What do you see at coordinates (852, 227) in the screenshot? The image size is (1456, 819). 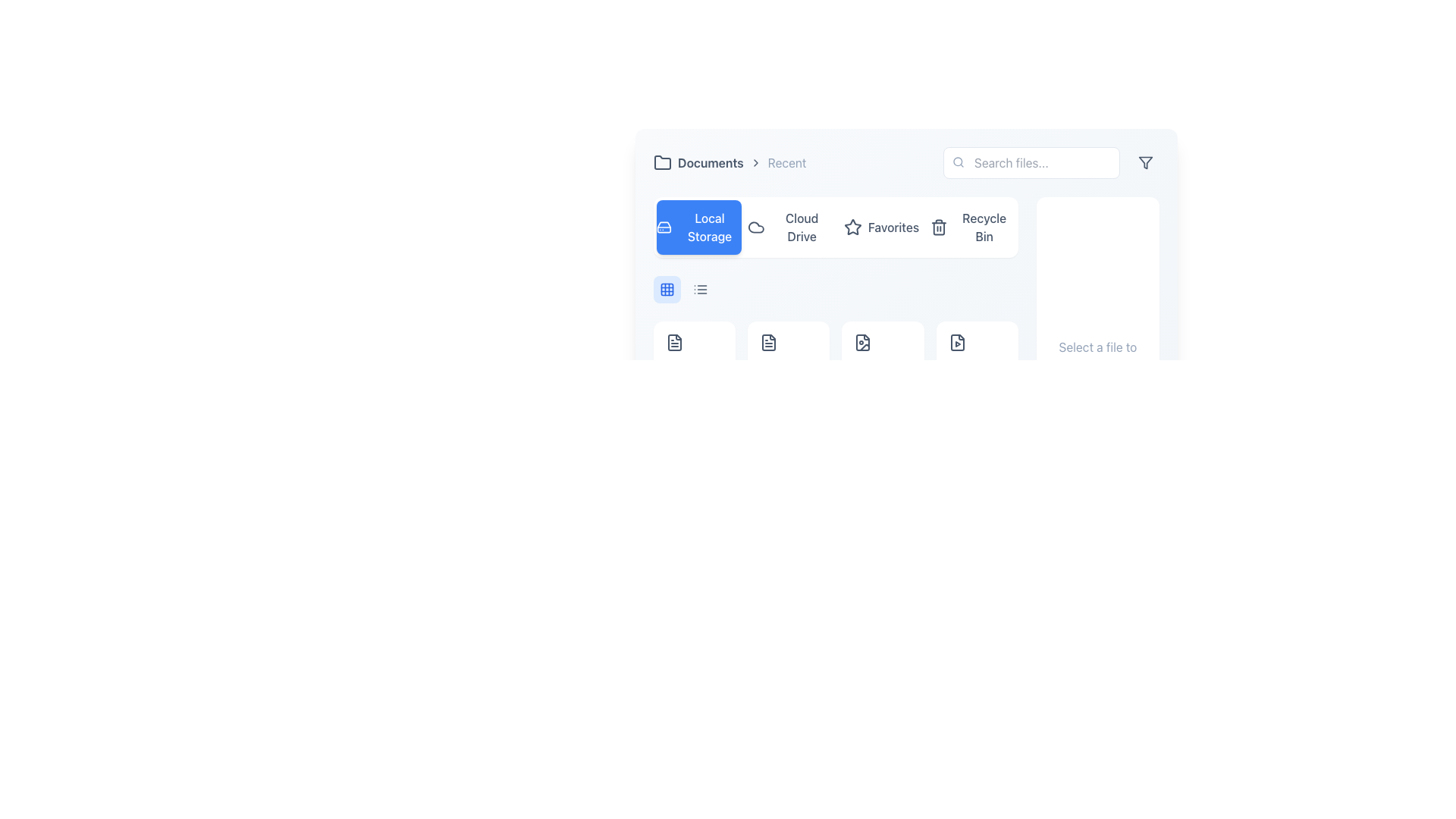 I see `the star icon labeled 'Favorites', which is the third icon` at bounding box center [852, 227].